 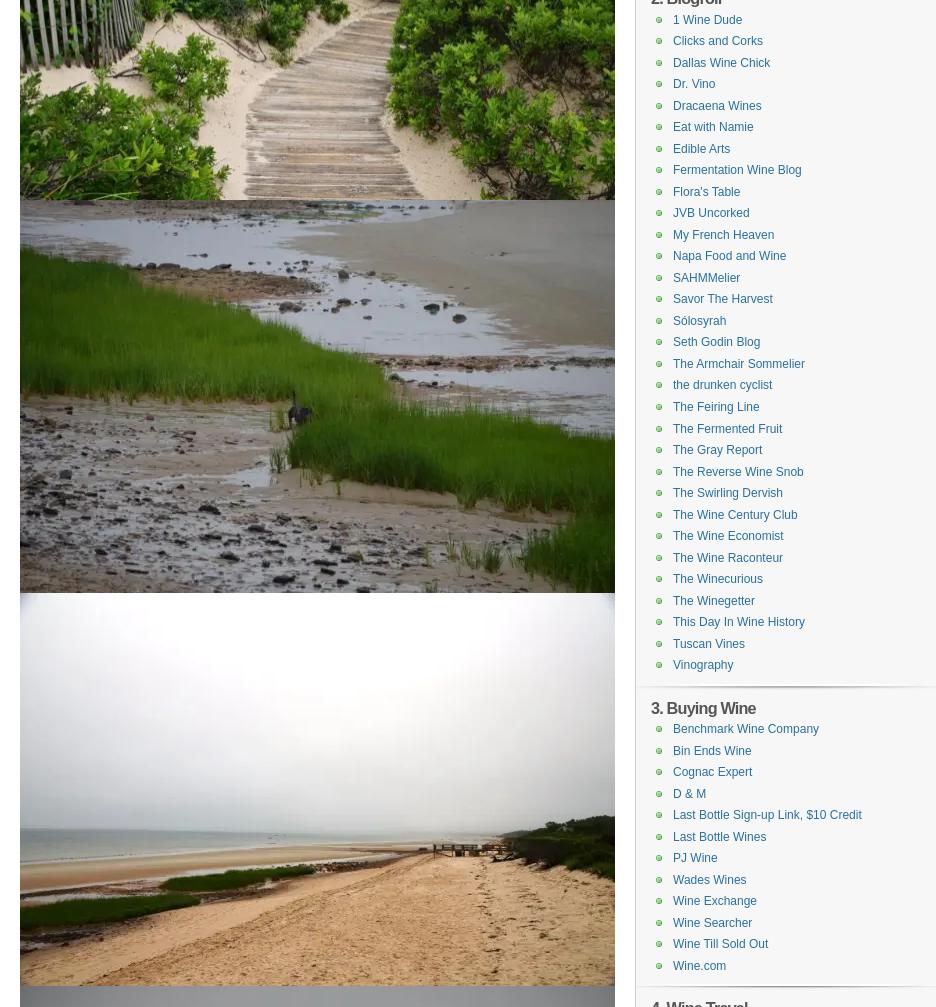 What do you see at coordinates (721, 384) in the screenshot?
I see `'the drunken cyclist'` at bounding box center [721, 384].